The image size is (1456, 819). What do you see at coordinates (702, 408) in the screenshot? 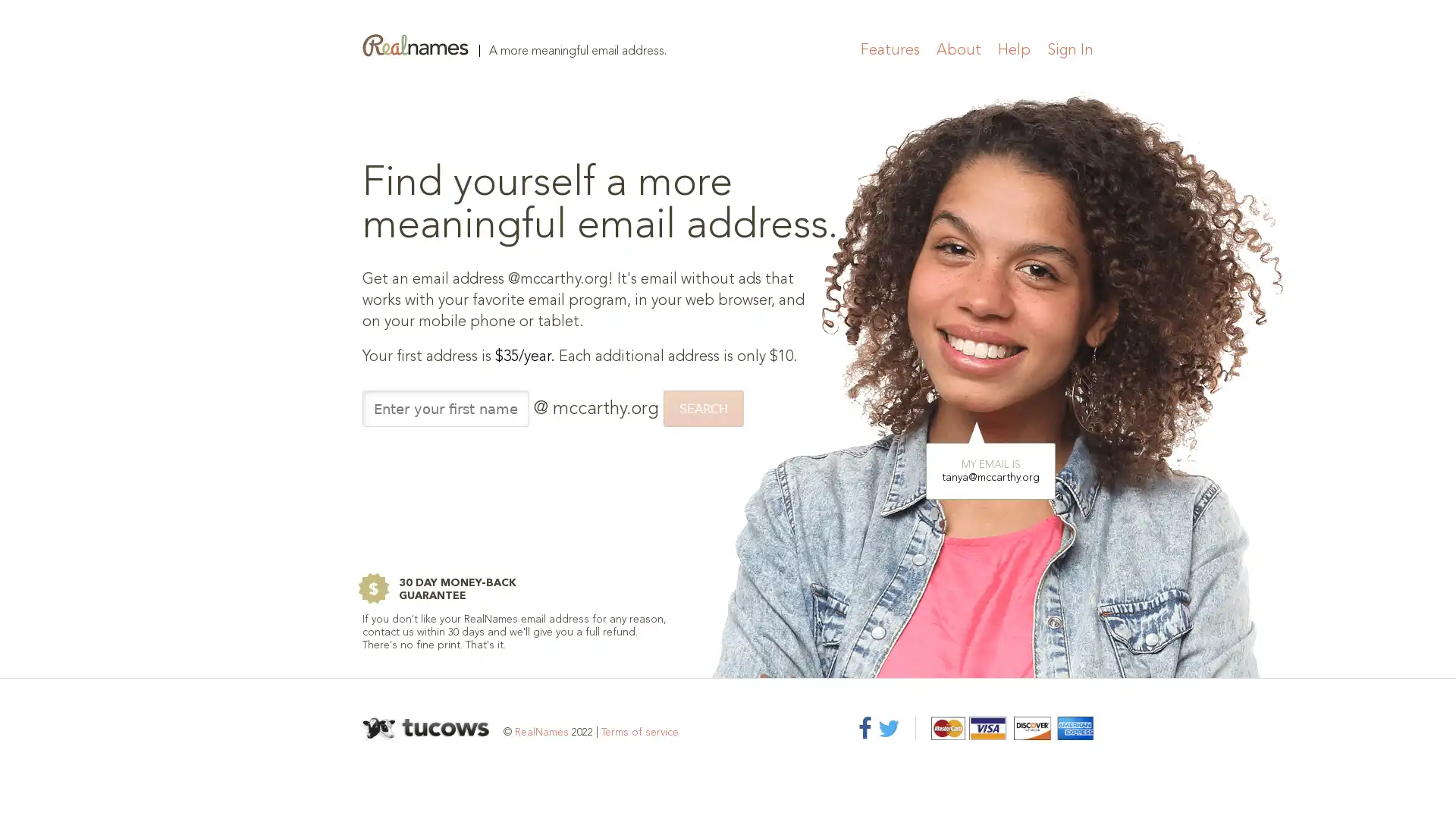
I see `SEARCH` at bounding box center [702, 408].